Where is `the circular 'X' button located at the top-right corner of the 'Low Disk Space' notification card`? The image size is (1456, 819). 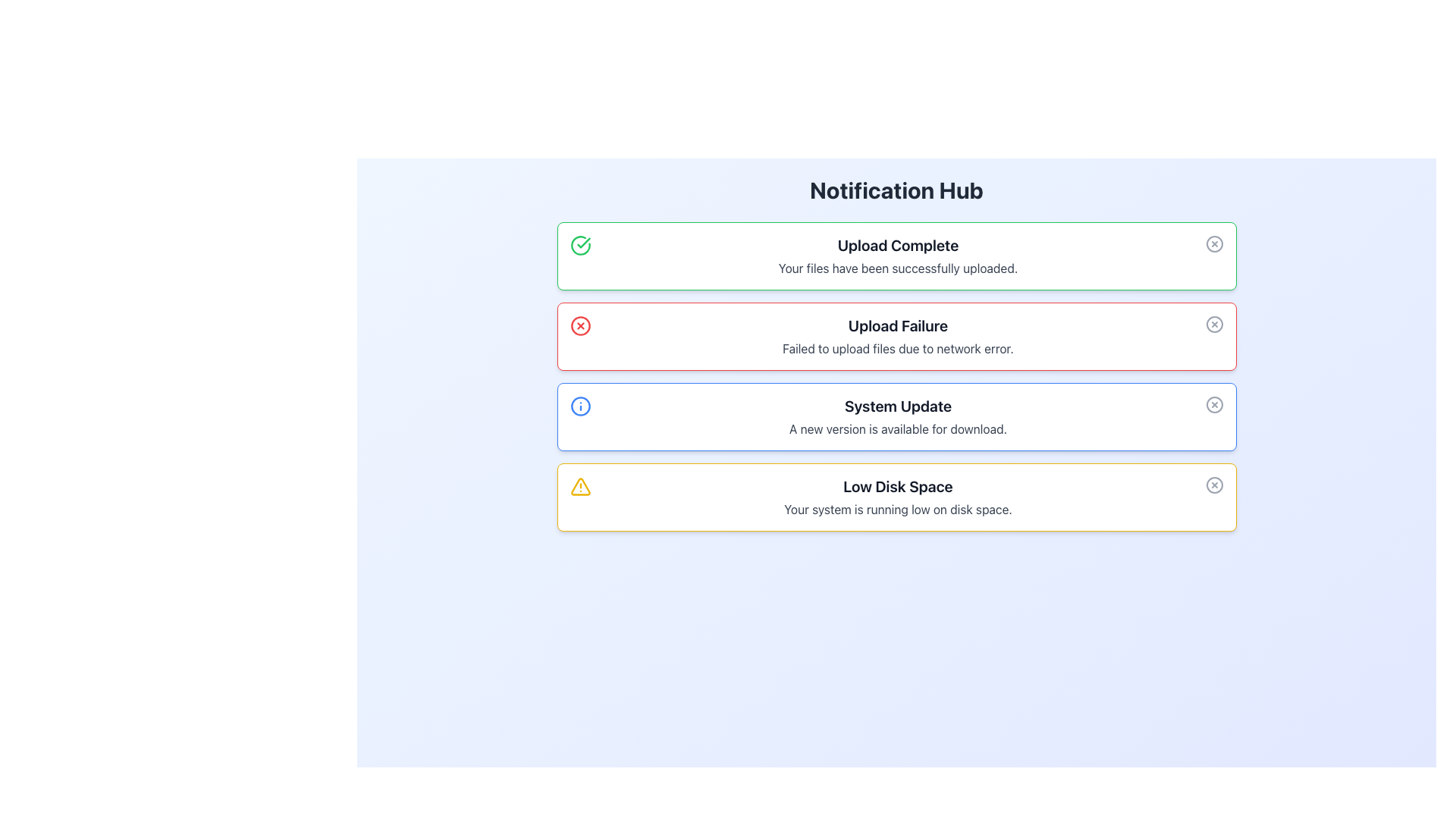 the circular 'X' button located at the top-right corner of the 'Low Disk Space' notification card is located at coordinates (1214, 485).